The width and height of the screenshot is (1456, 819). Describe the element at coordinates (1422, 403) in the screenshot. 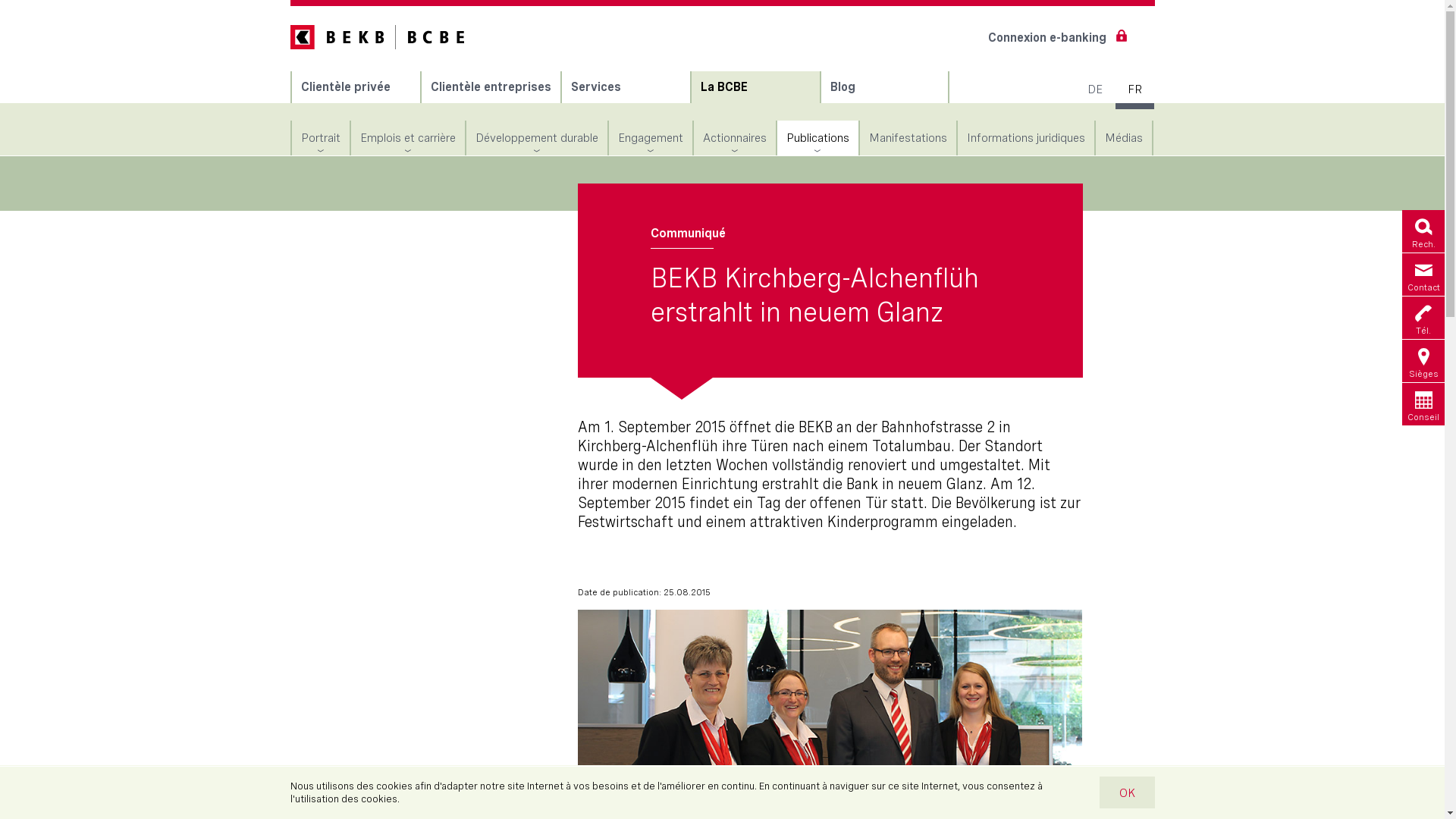

I see `'Conseil'` at that location.